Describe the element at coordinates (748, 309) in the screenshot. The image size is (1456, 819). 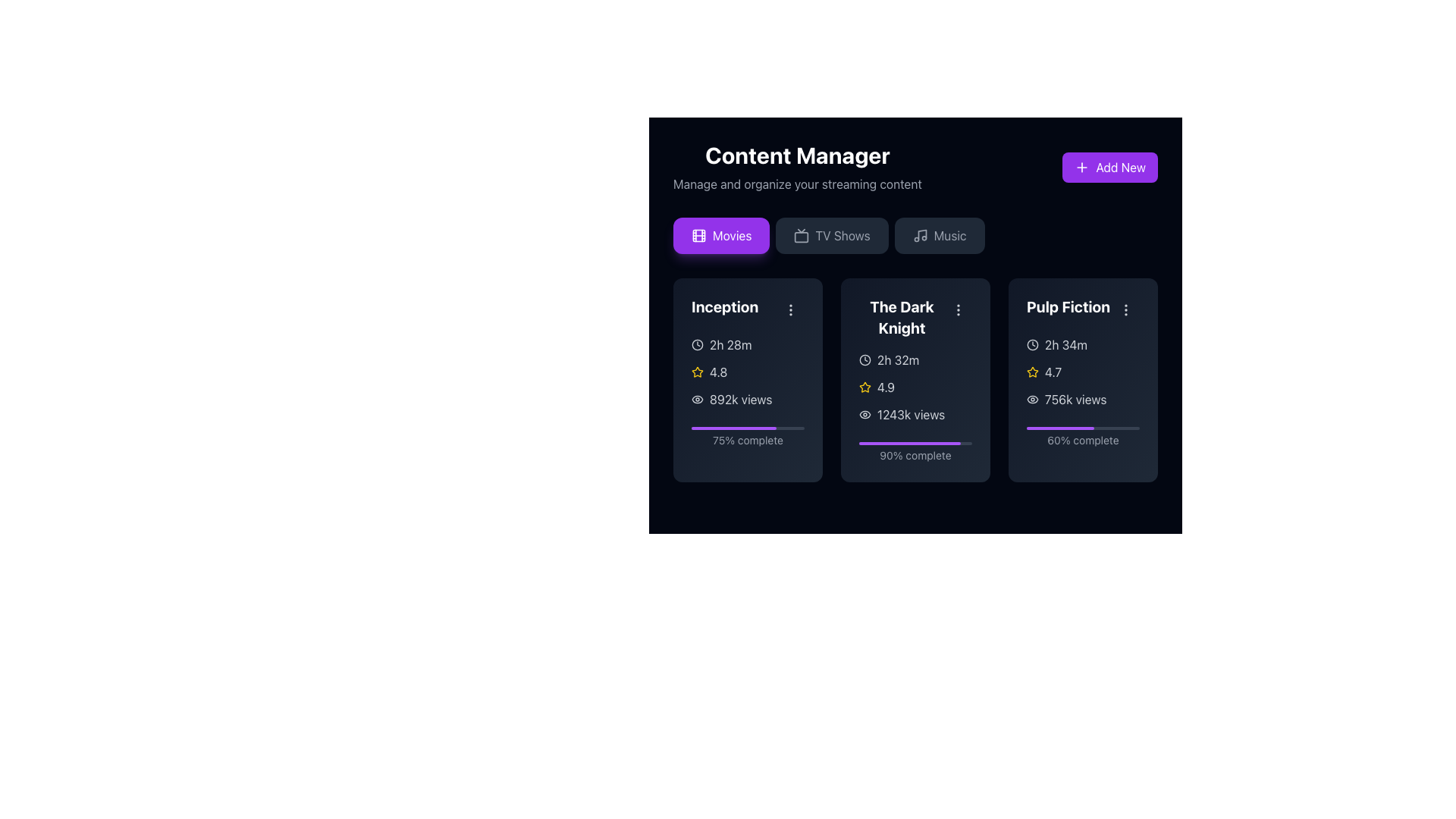
I see `the text label displaying 'Inception', which is prominently featured in a bold, large font at the top of the 'Movies' card layout` at that location.